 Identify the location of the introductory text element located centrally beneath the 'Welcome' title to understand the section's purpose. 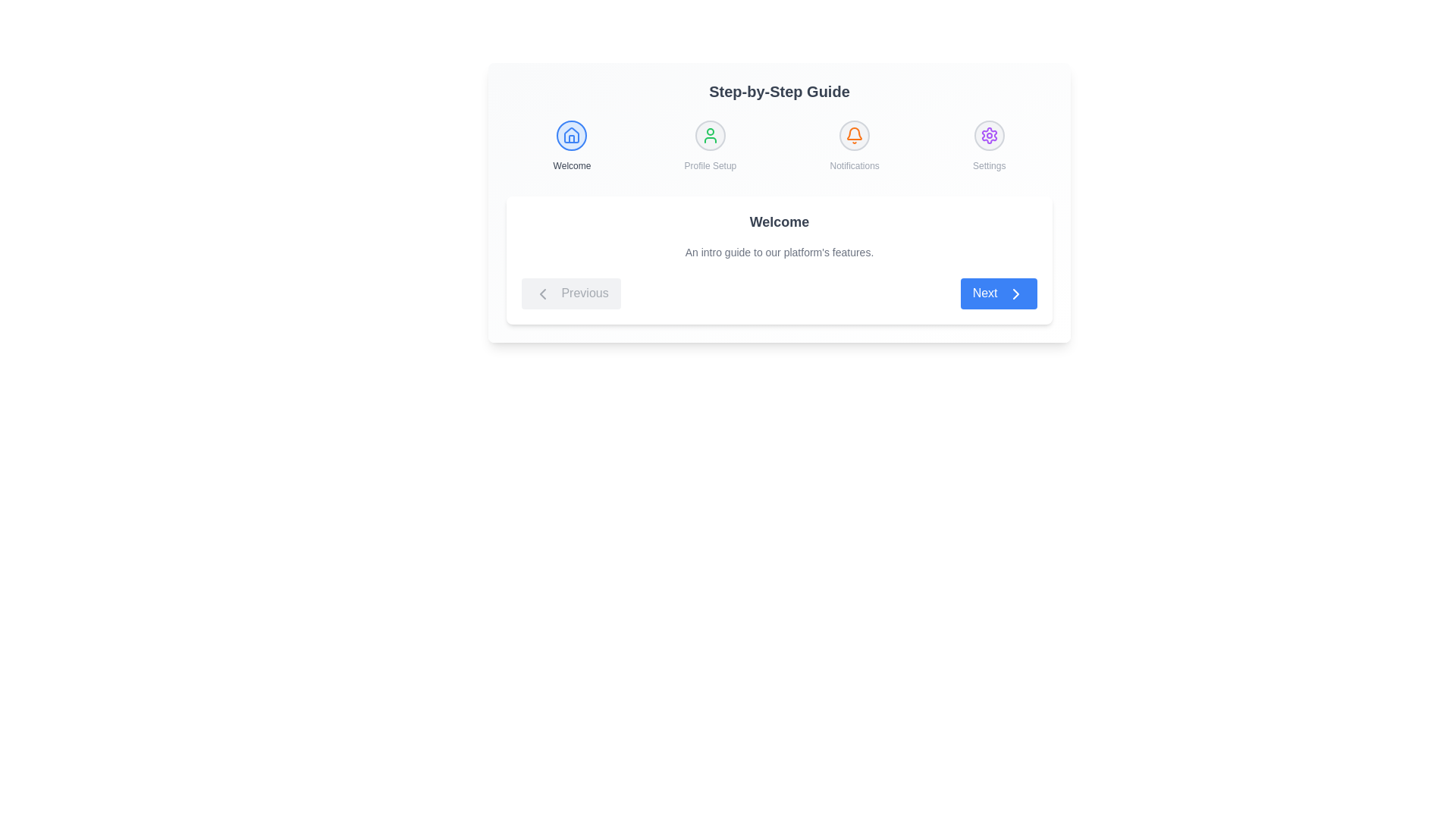
(779, 251).